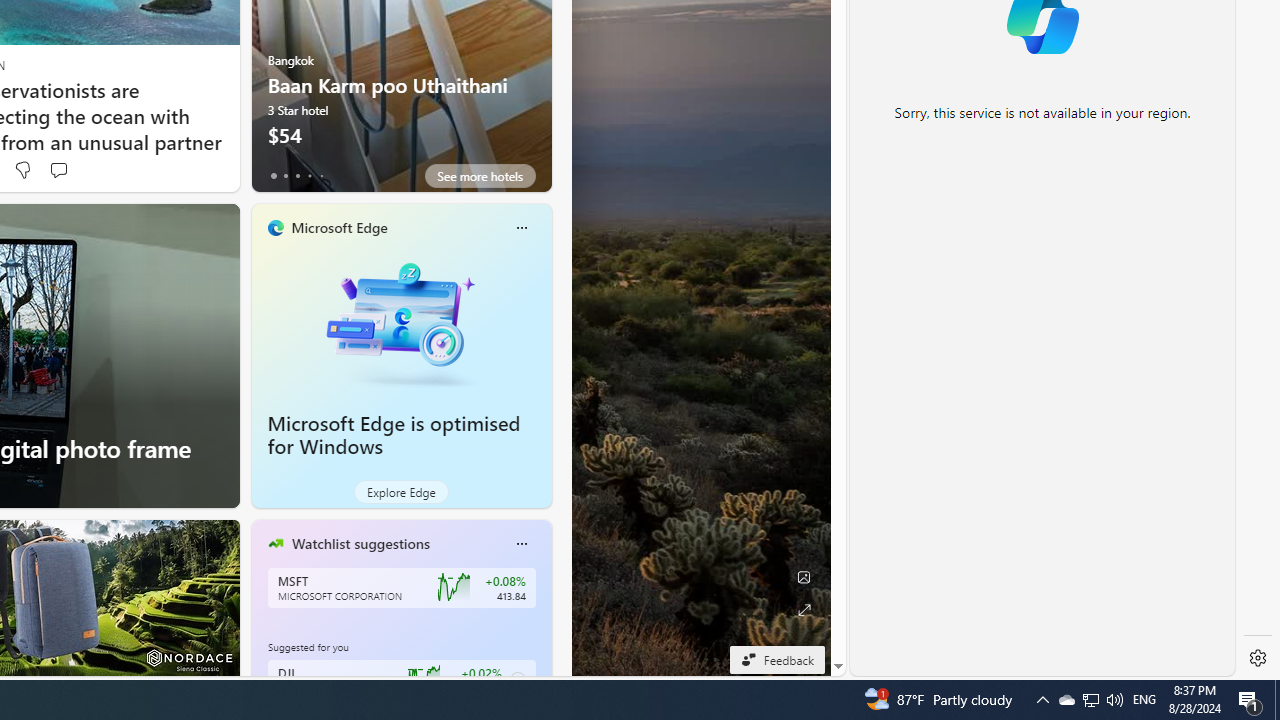 The height and width of the screenshot is (720, 1280). Describe the element at coordinates (308, 175) in the screenshot. I see `'tab-3'` at that location.